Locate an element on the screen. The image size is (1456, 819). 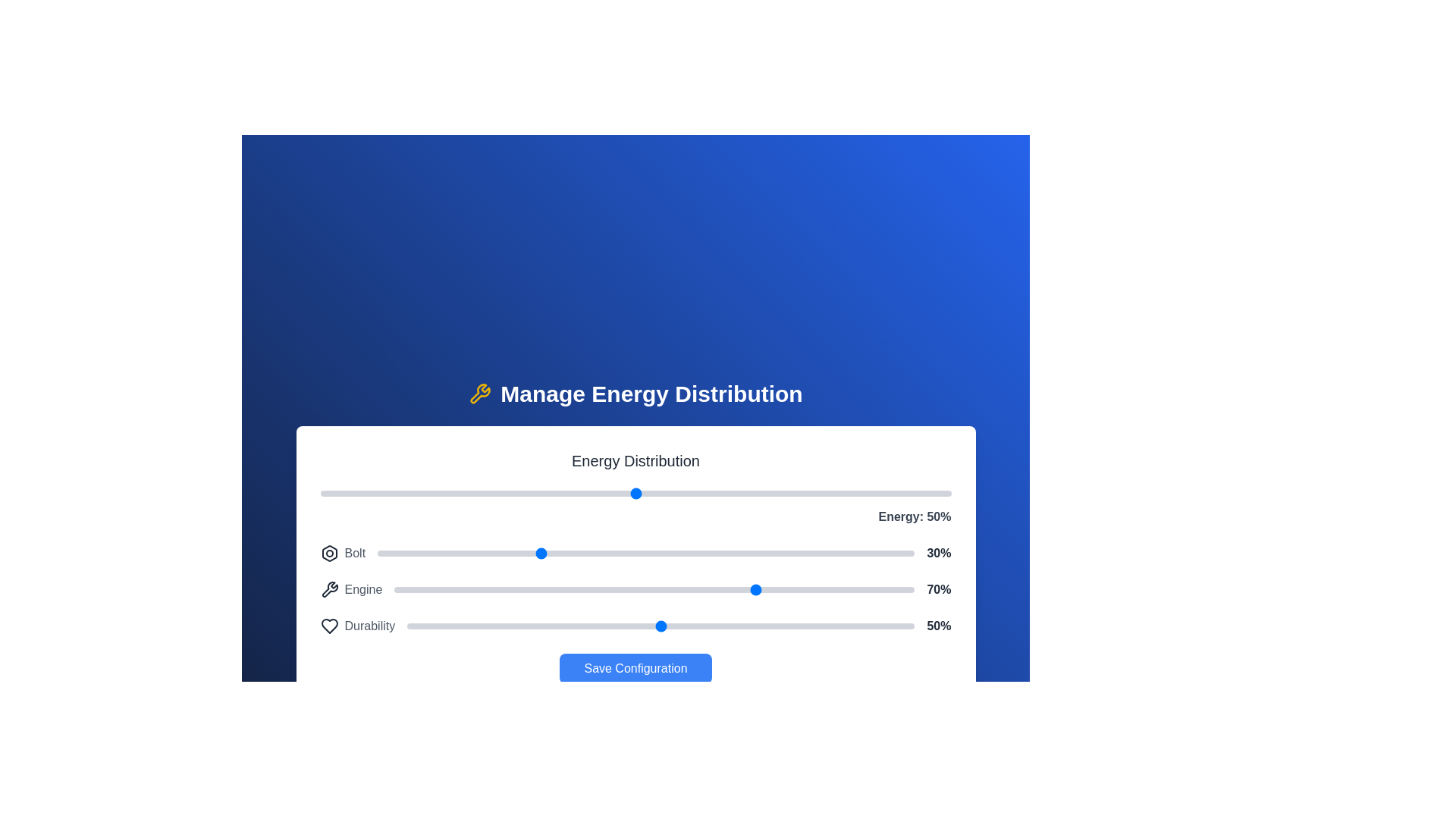
the main energy slider to 23% is located at coordinates (464, 494).